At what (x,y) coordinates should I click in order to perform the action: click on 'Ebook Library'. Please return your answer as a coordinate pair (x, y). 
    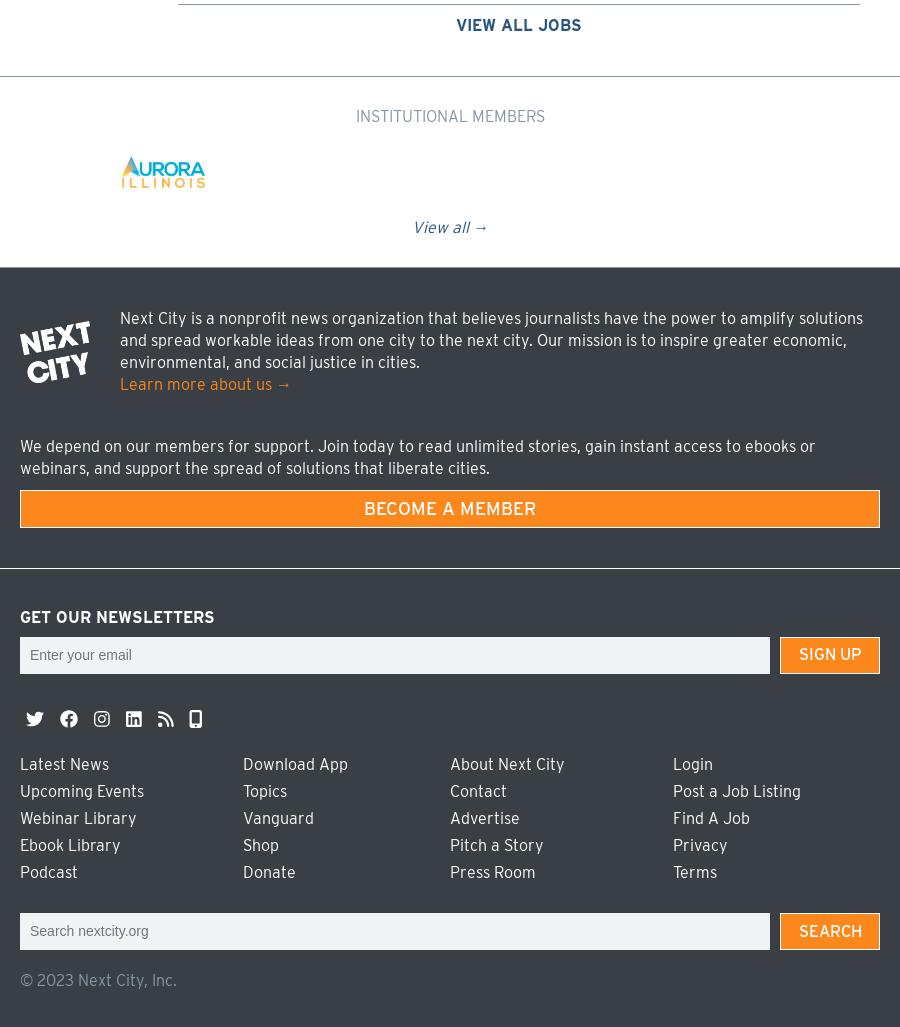
    Looking at the image, I should click on (18, 845).